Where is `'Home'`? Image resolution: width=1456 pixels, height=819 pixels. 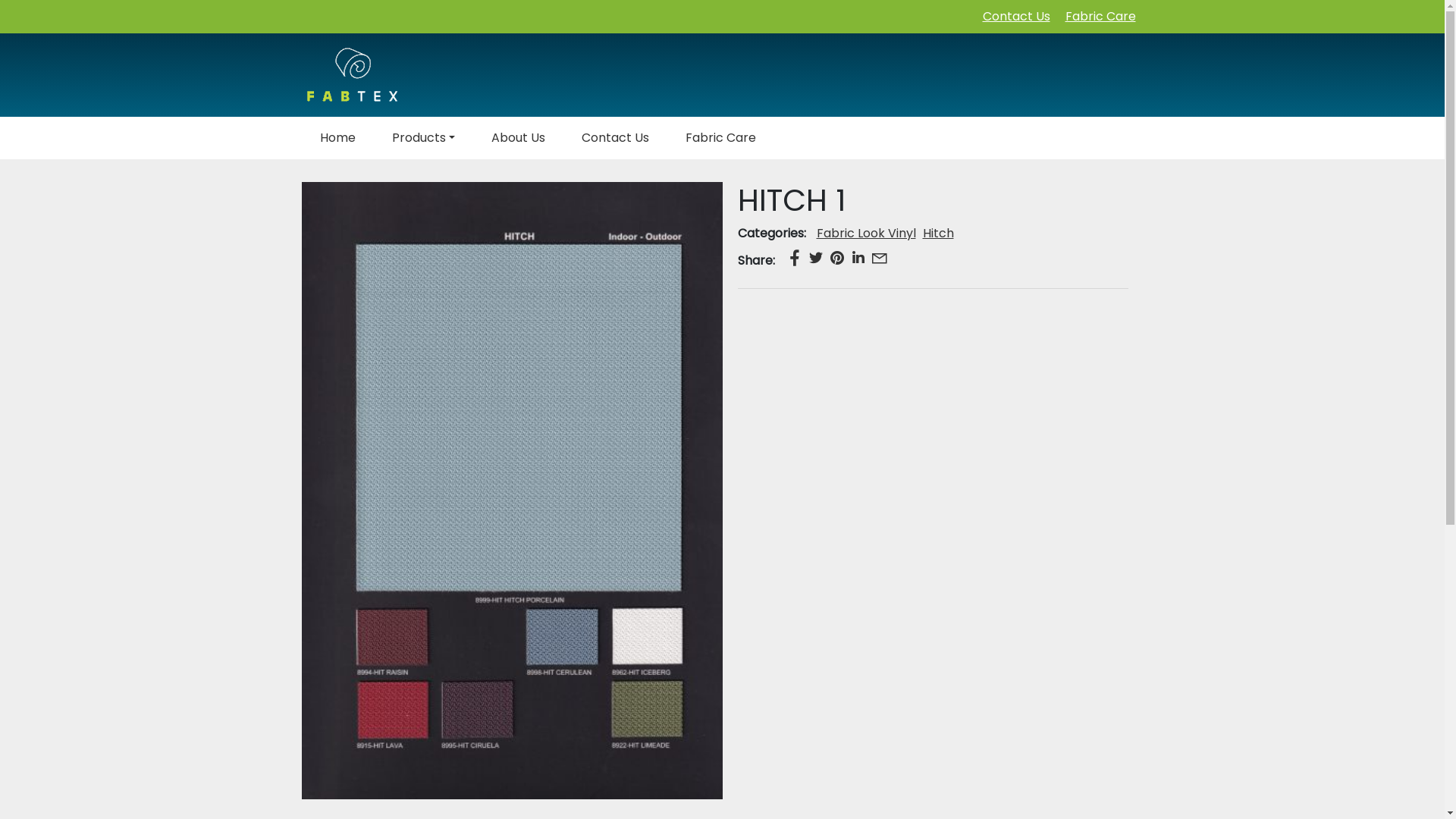
'Home' is located at coordinates (337, 137).